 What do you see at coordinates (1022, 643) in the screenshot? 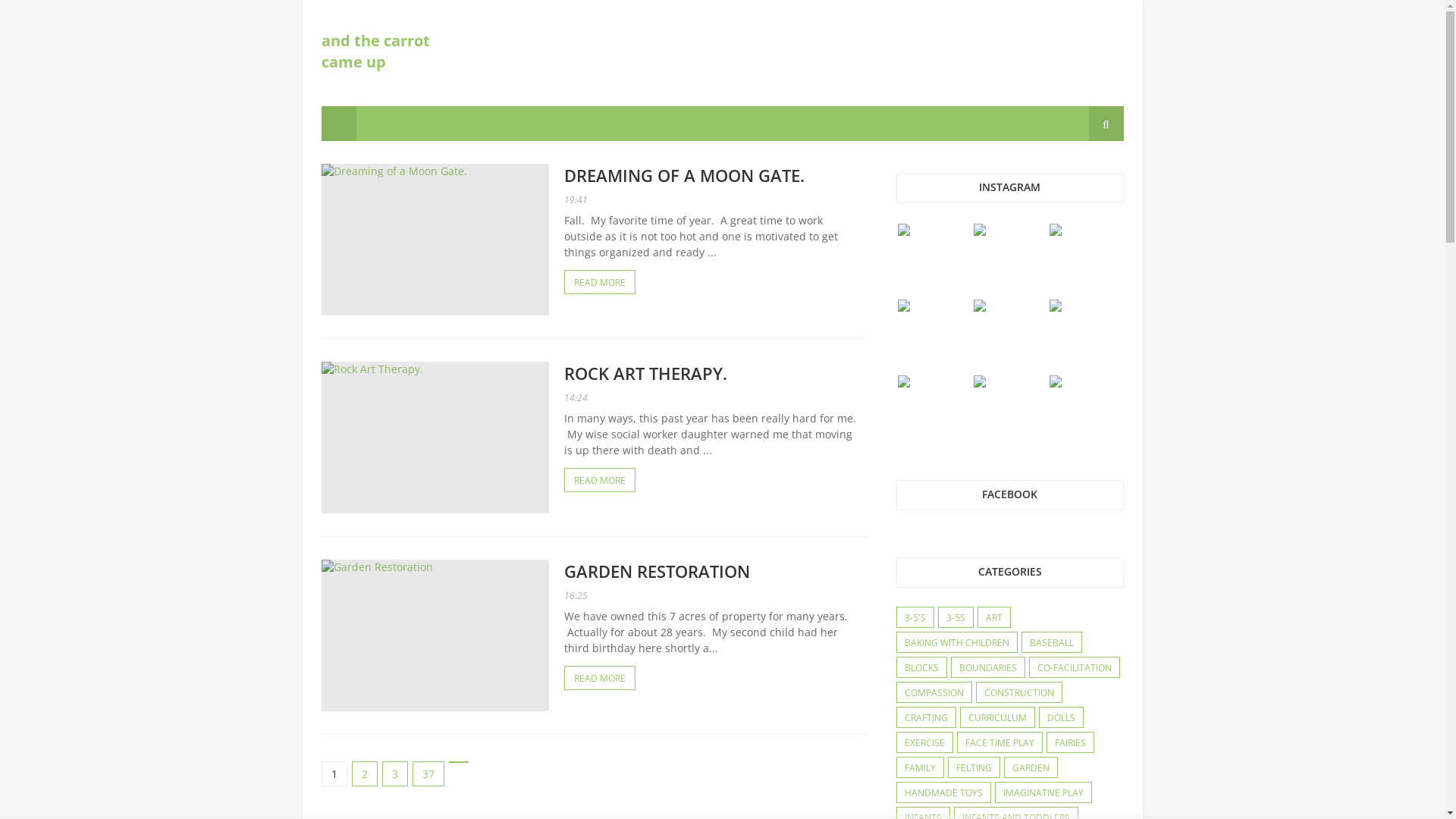
I see `'BASEBALL'` at bounding box center [1022, 643].